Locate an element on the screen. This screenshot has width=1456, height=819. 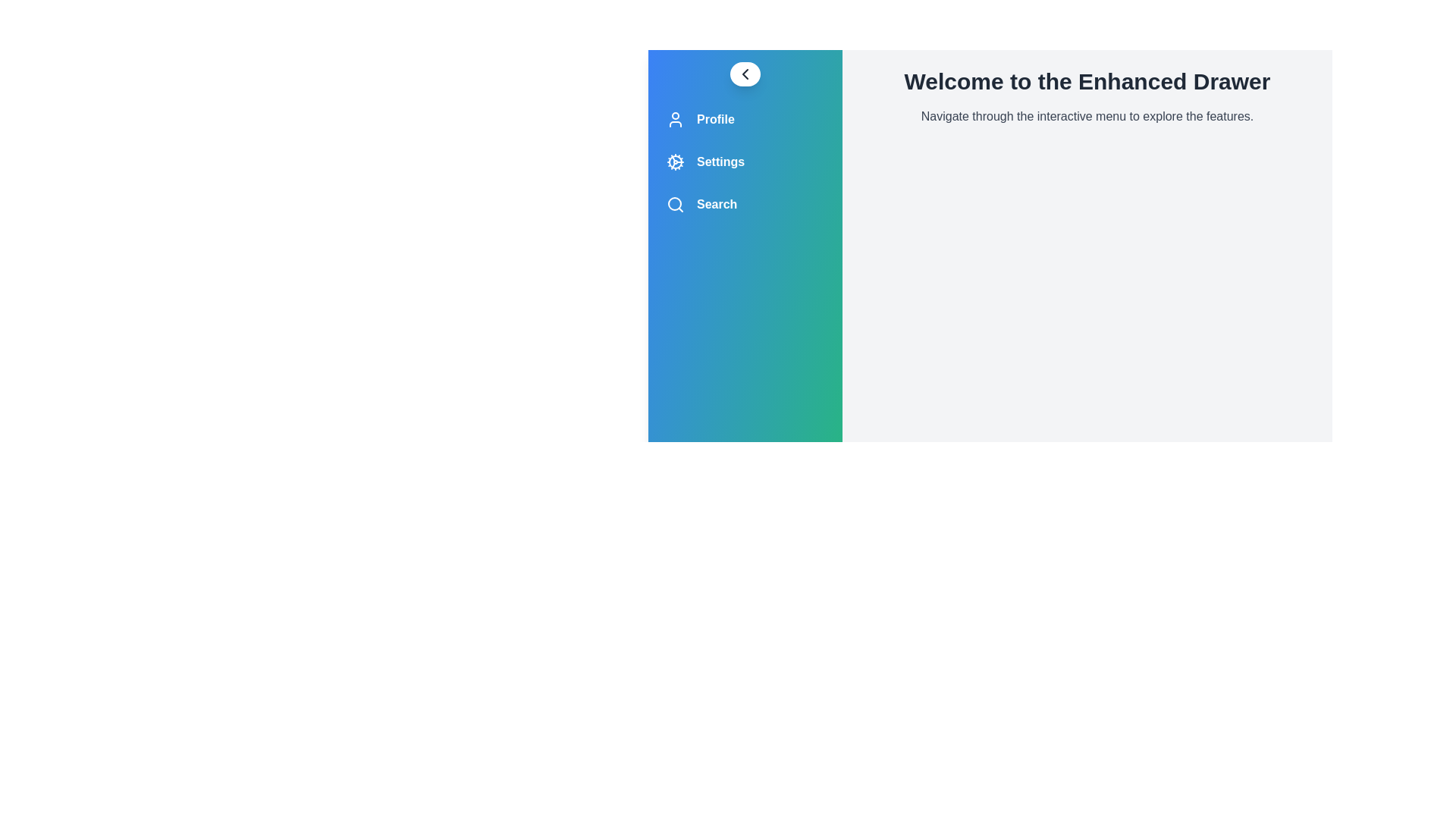
the toggle button to open or close the drawer is located at coordinates (745, 74).